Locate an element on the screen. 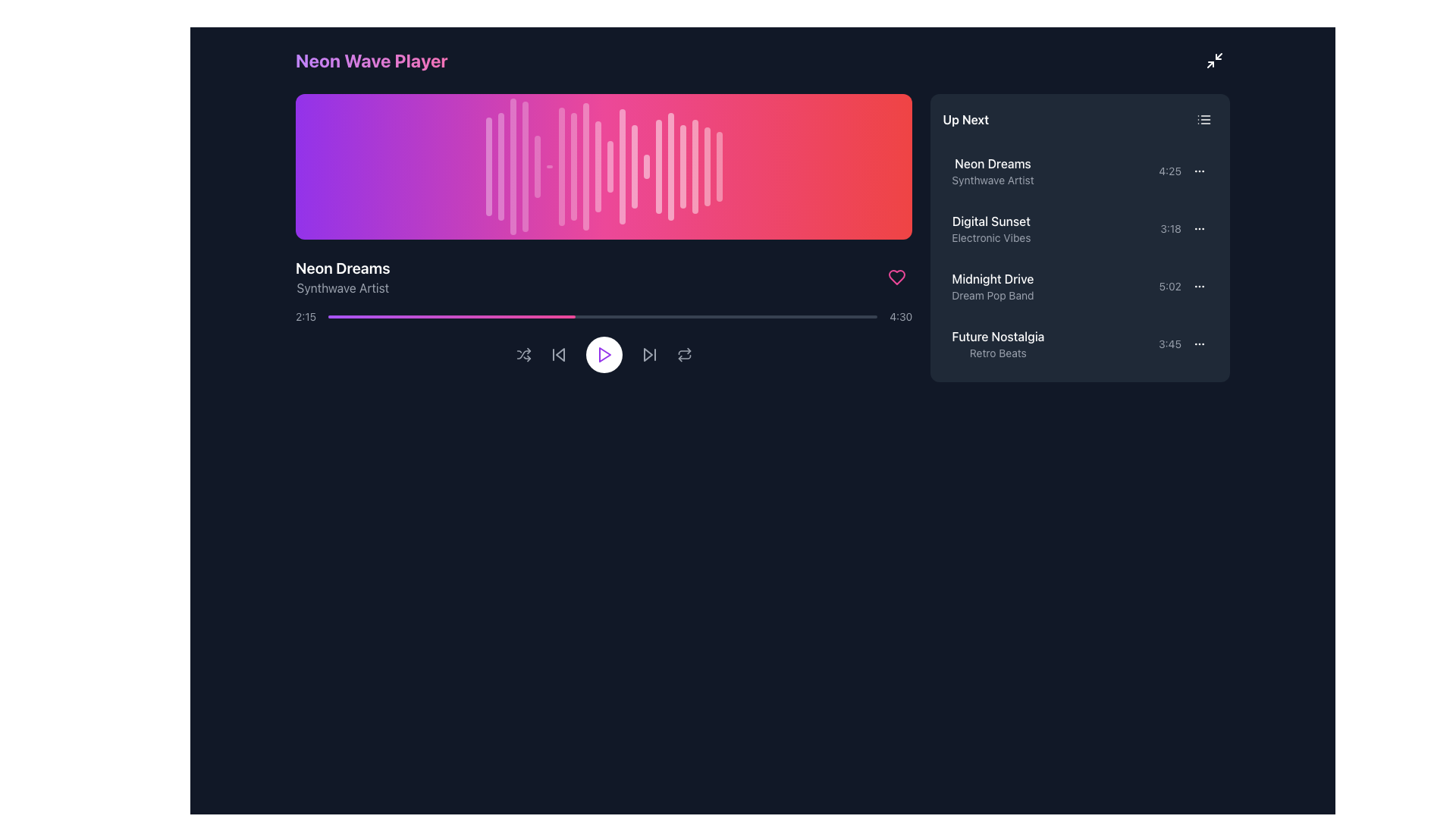 This screenshot has height=819, width=1456. the button resembling a minimize or resize action, which is represented by two diagonal arrows on a dark rectangular background, located at the top-right corner of the interface next to the 'Neon Wave Player' heading is located at coordinates (1215, 60).